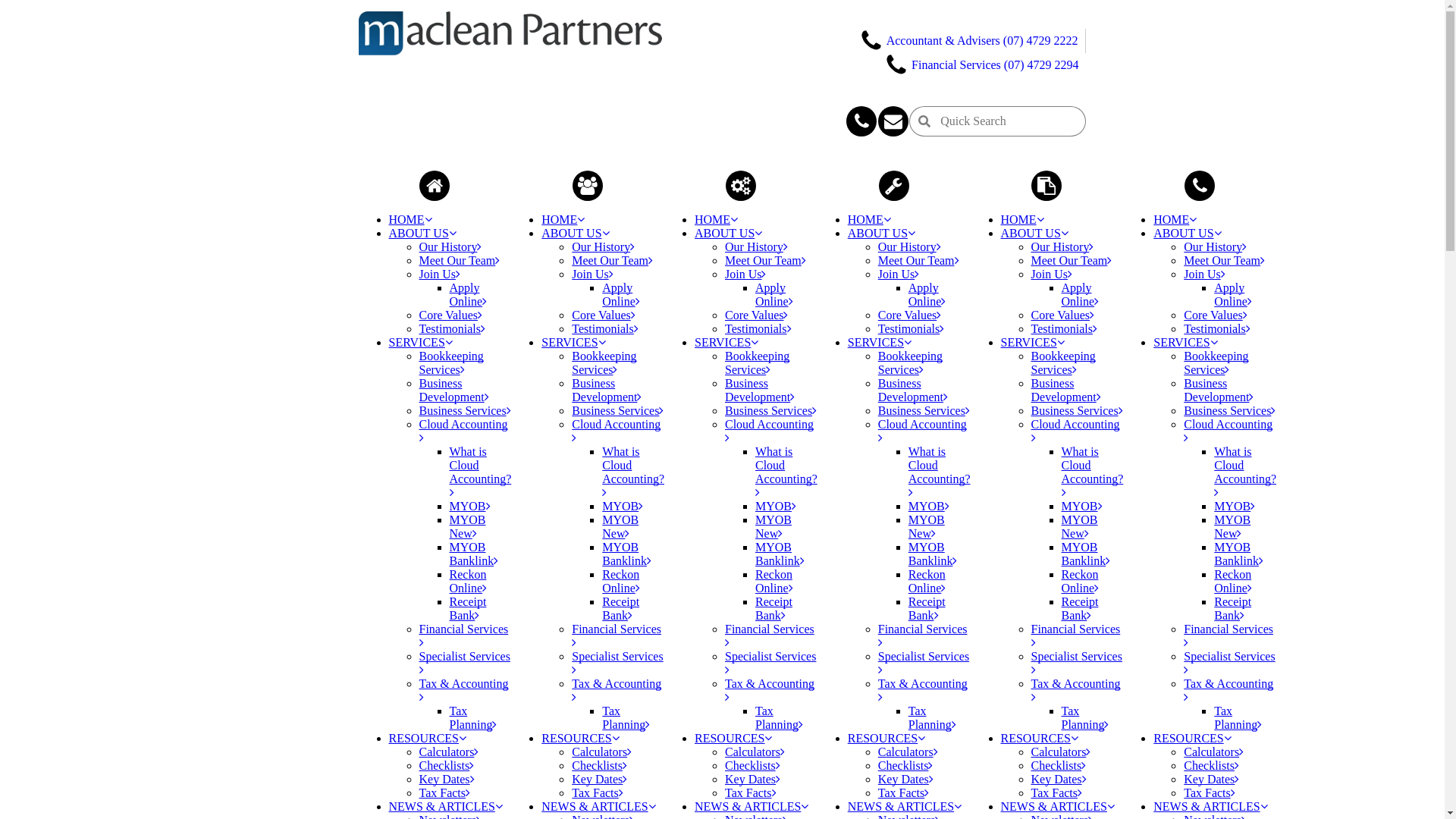  What do you see at coordinates (1238, 554) in the screenshot?
I see `'MYOB Banklink'` at bounding box center [1238, 554].